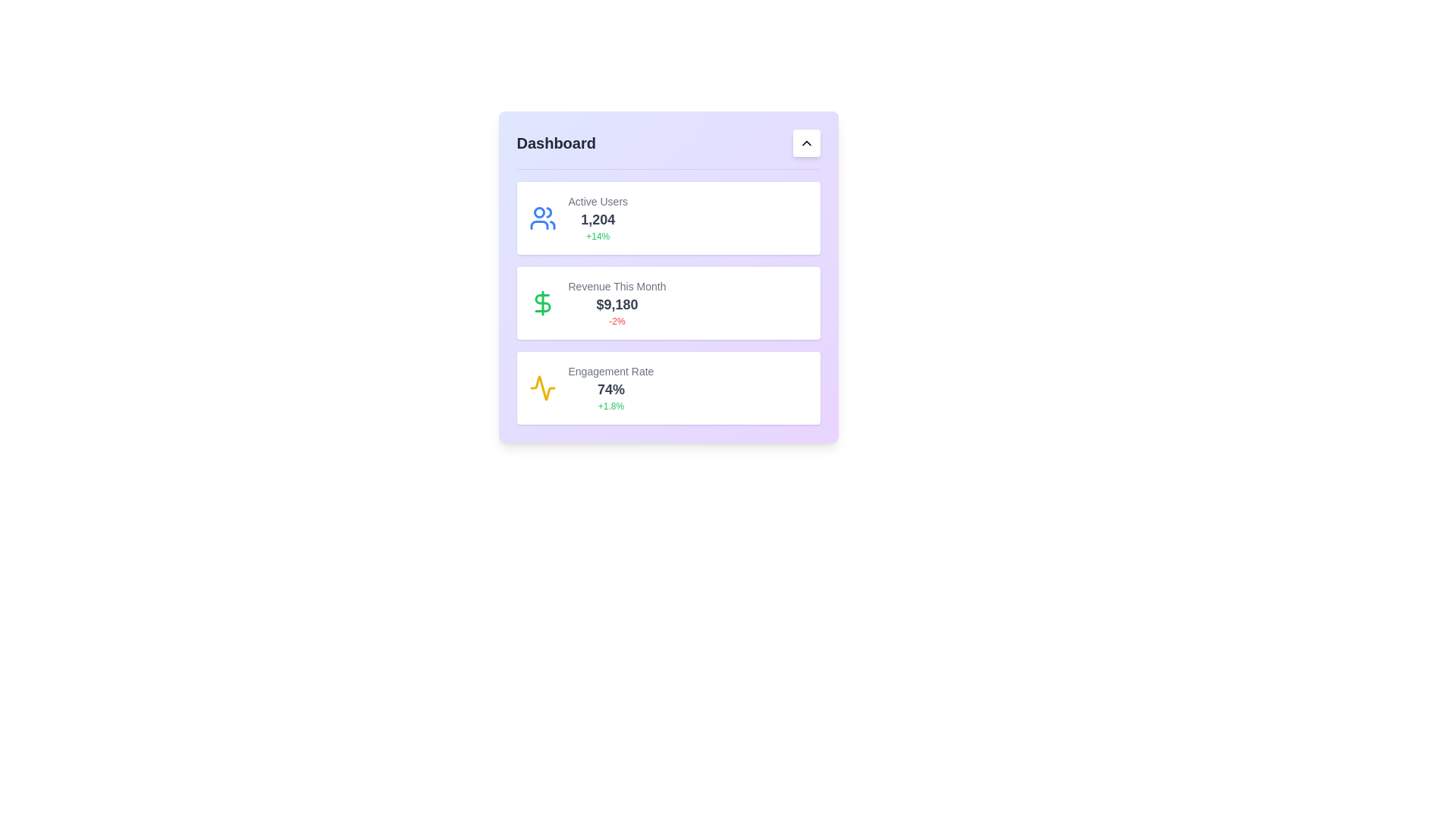 Image resolution: width=1456 pixels, height=819 pixels. Describe the element at coordinates (548, 212) in the screenshot. I see `the small blue arc representing the upper part of the head of the second figure in the 'Active Users' user icon located at the top-left of the dashboard` at that location.